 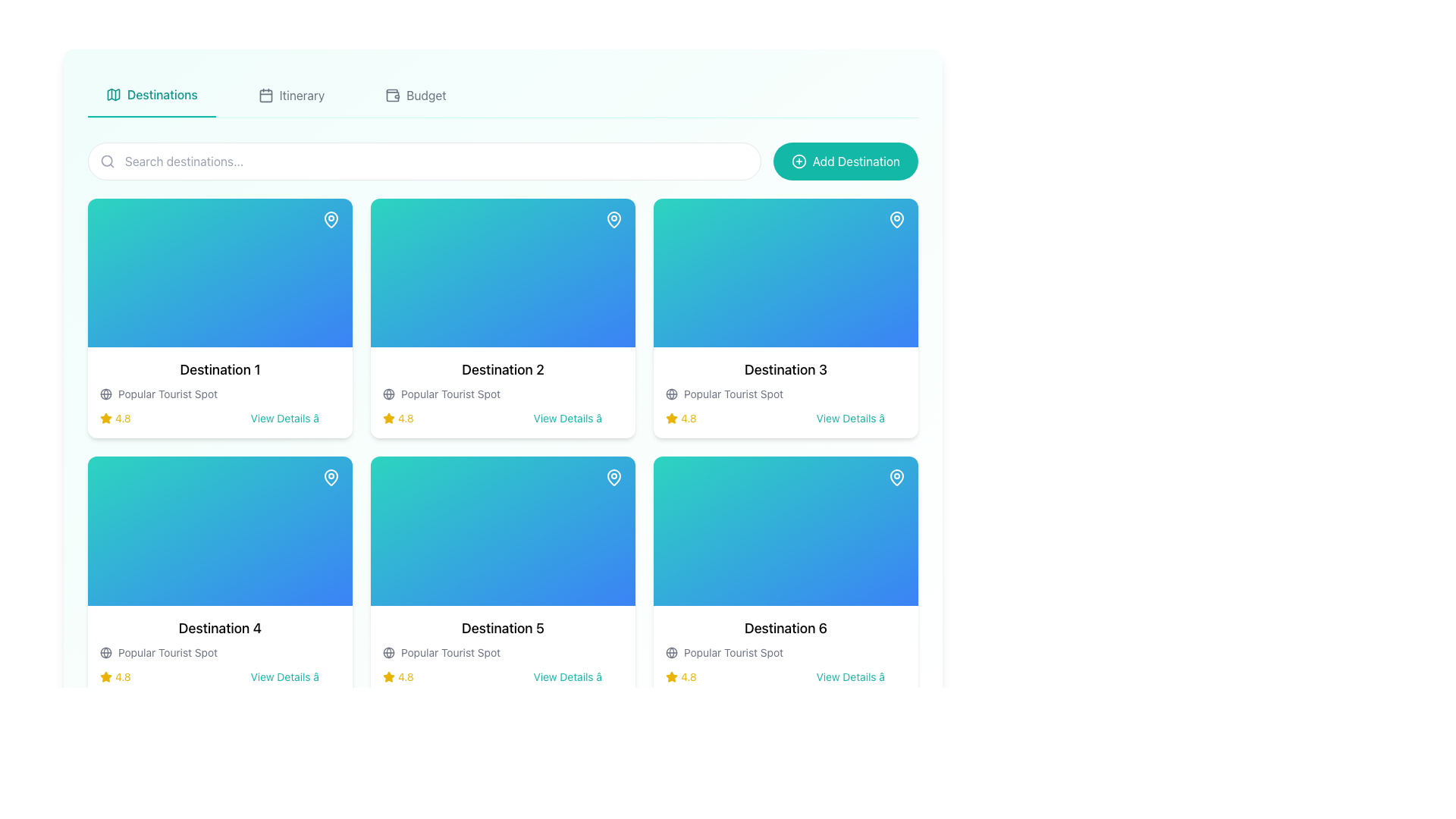 What do you see at coordinates (671, 394) in the screenshot?
I see `the icon that visually represents the 'Popular Tourist Spot' label, located in the bottom section of the 'Destination 3' card, positioned to the left of the text` at bounding box center [671, 394].